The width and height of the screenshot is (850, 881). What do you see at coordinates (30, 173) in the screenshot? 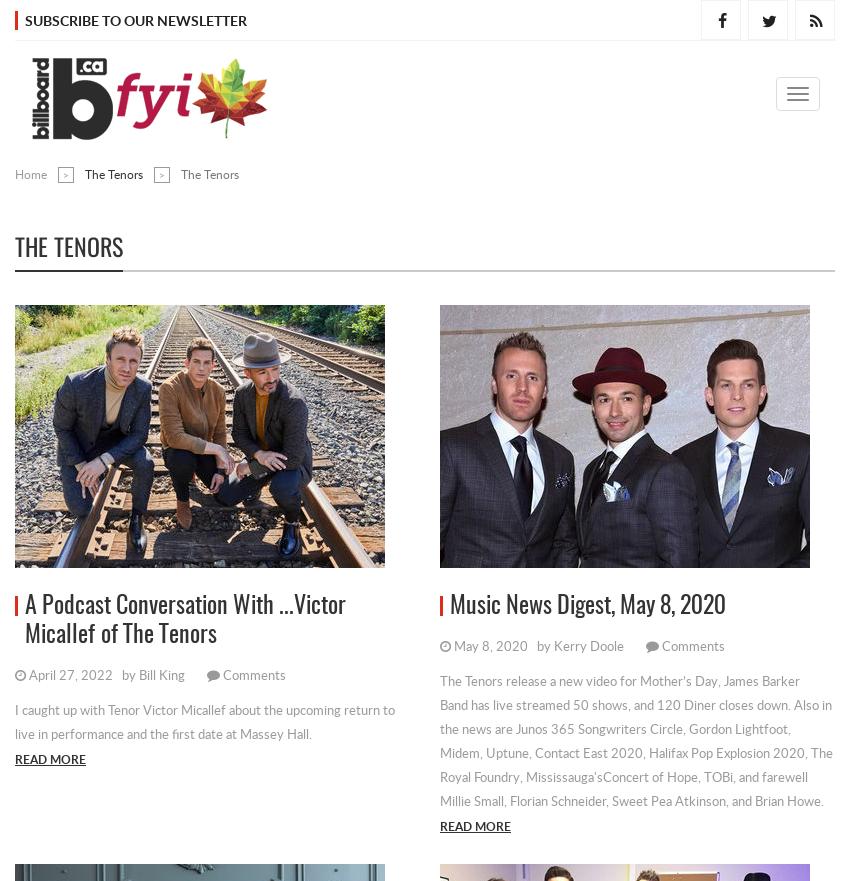
I see `'Home'` at bounding box center [30, 173].